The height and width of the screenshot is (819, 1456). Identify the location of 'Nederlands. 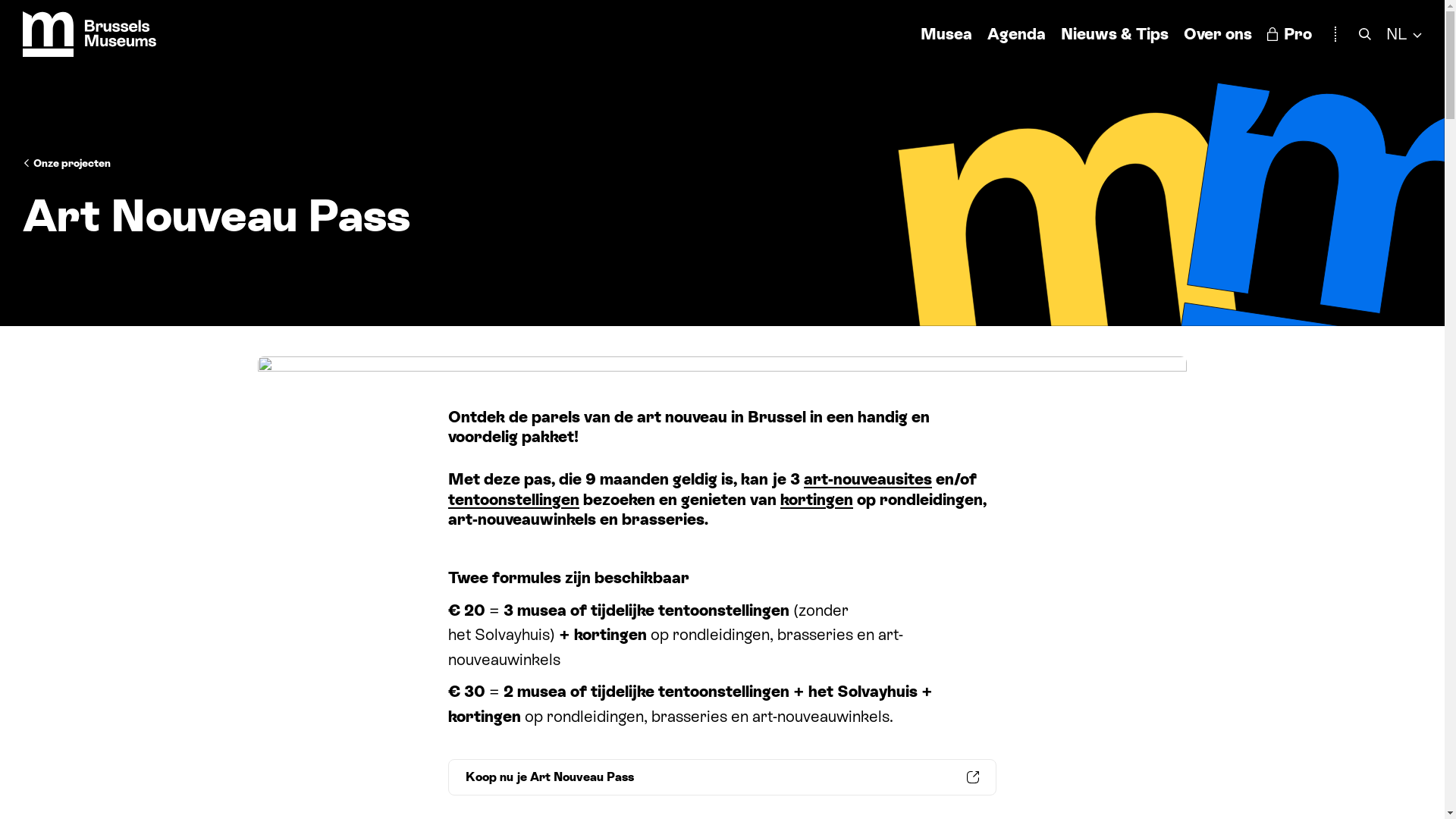
(1386, 33).